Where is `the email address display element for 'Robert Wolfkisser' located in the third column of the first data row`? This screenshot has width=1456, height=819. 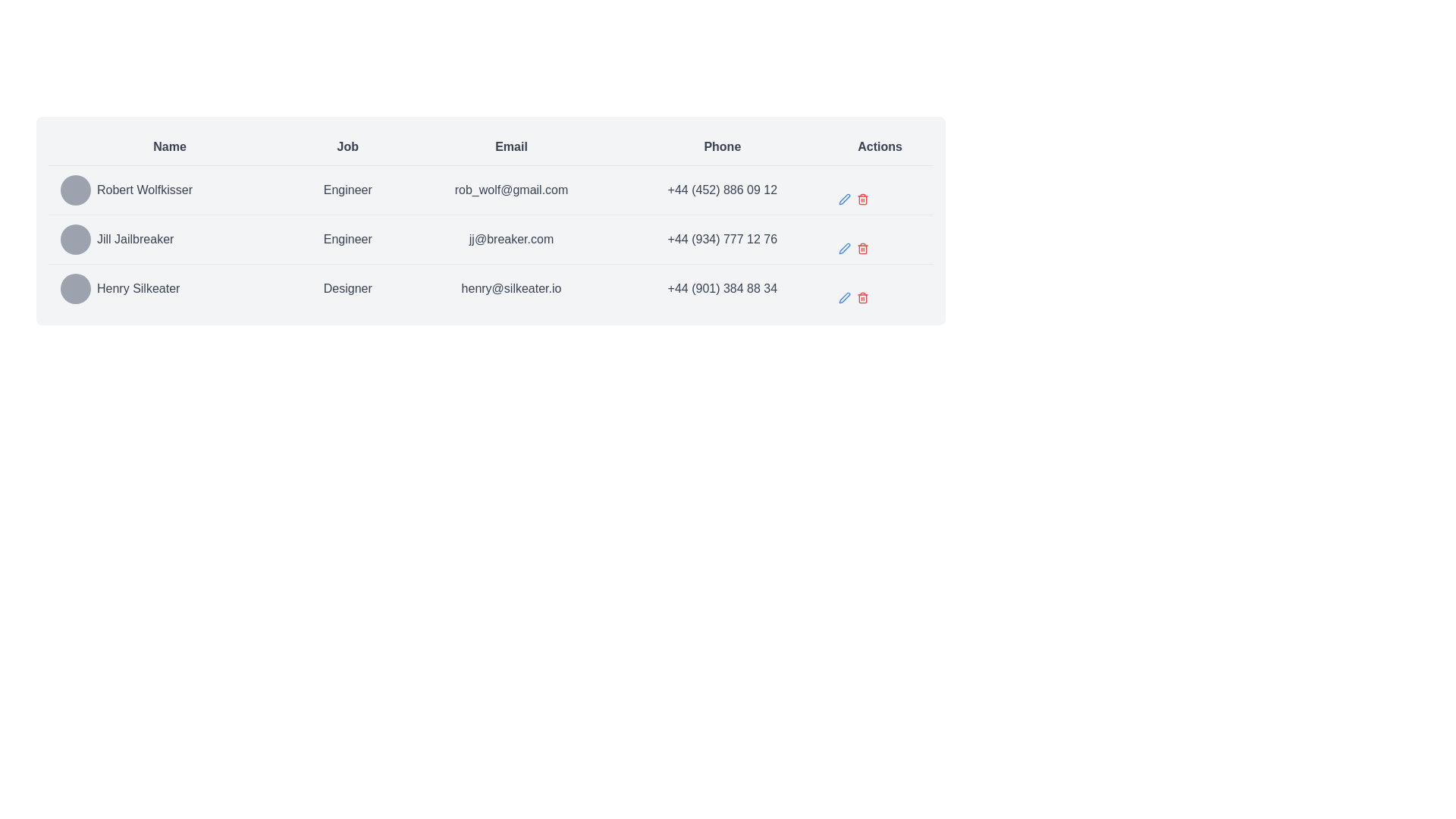
the email address display element for 'Robert Wolfkisser' located in the third column of the first data row is located at coordinates (511, 189).